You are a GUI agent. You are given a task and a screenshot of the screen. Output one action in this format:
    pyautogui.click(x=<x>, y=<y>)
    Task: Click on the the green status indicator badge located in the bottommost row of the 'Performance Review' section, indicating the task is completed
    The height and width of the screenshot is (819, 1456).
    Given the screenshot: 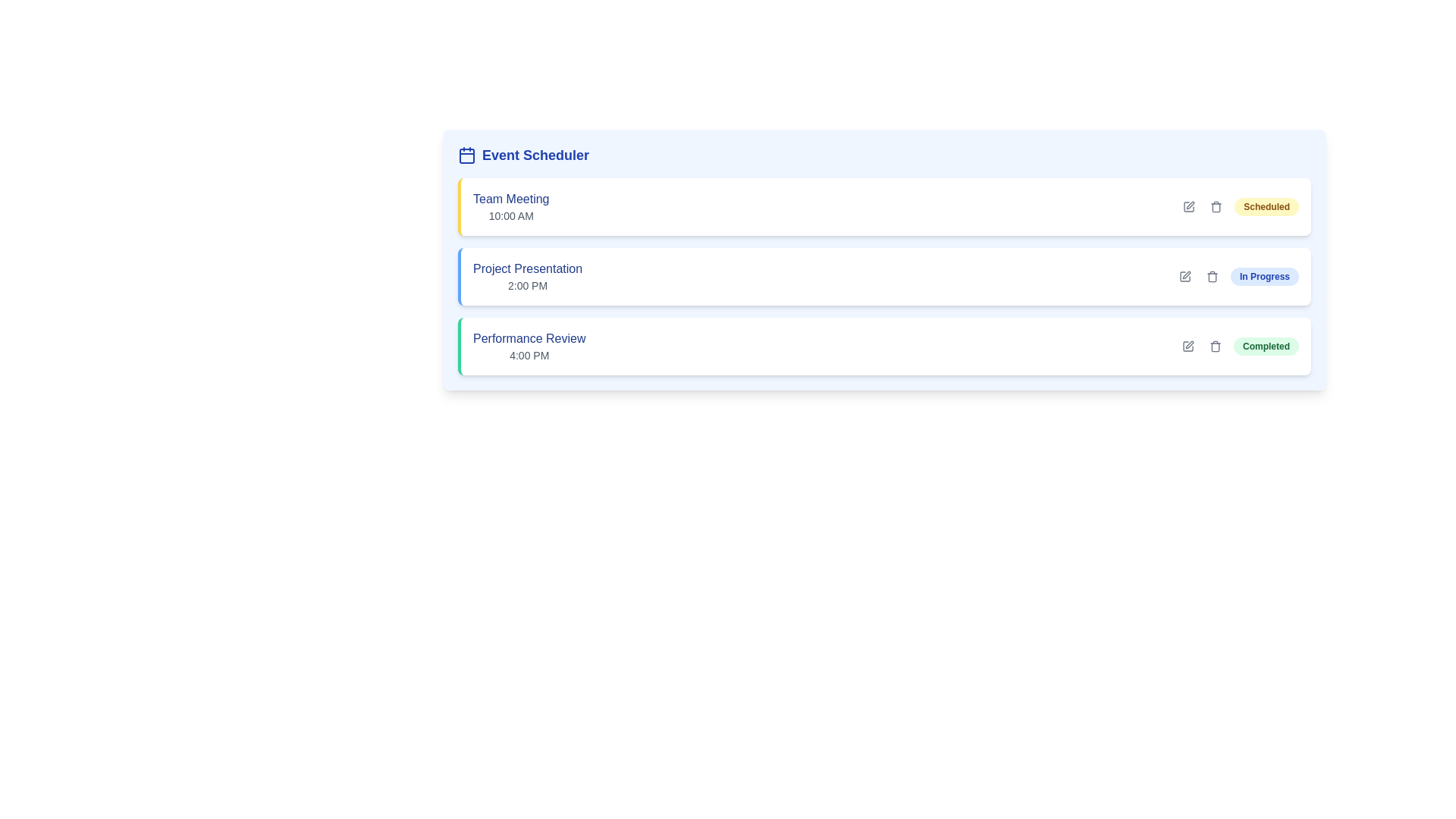 What is the action you would take?
    pyautogui.click(x=1238, y=346)
    